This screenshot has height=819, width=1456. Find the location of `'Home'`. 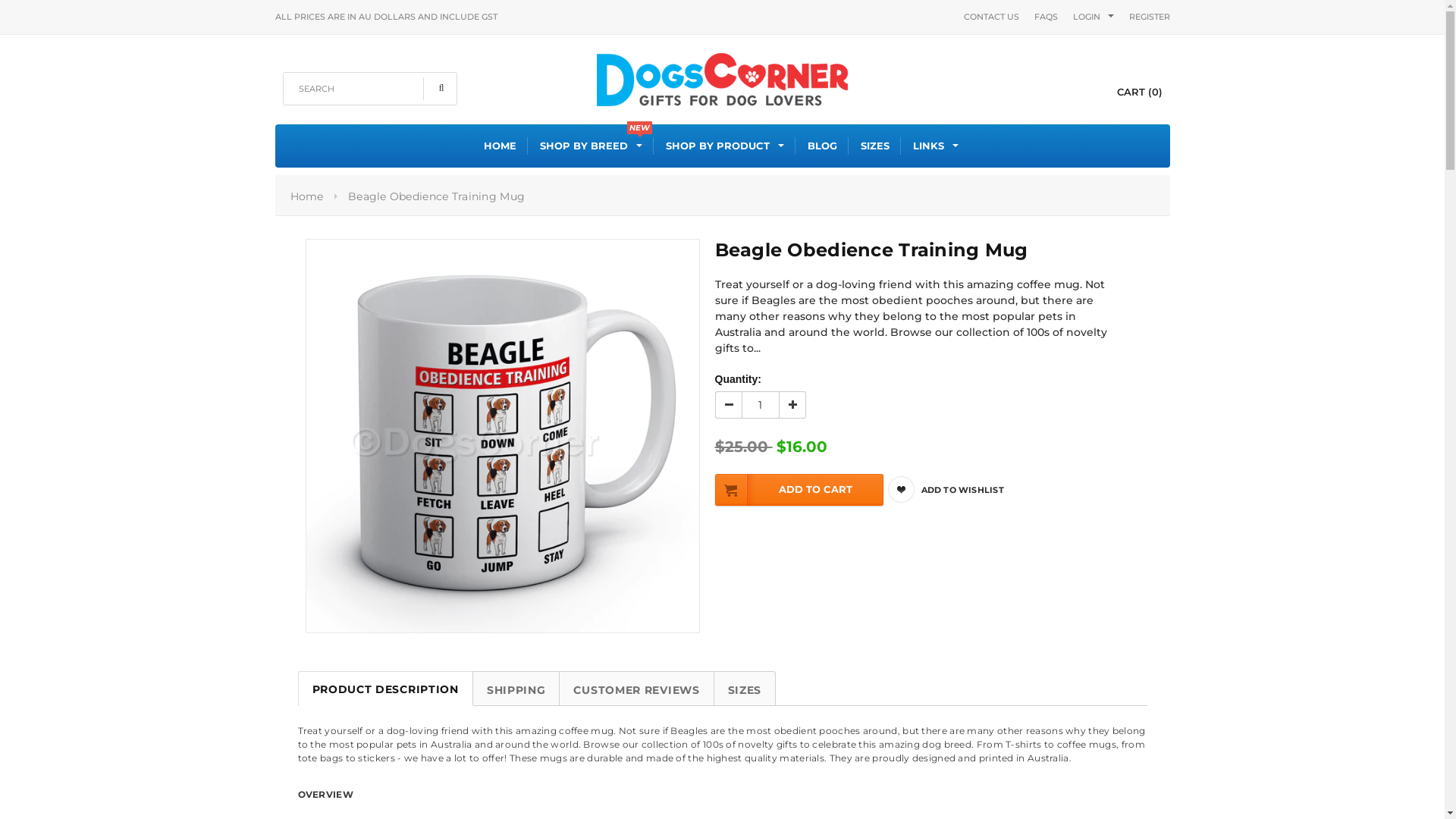

'Home' is located at coordinates (305, 195).